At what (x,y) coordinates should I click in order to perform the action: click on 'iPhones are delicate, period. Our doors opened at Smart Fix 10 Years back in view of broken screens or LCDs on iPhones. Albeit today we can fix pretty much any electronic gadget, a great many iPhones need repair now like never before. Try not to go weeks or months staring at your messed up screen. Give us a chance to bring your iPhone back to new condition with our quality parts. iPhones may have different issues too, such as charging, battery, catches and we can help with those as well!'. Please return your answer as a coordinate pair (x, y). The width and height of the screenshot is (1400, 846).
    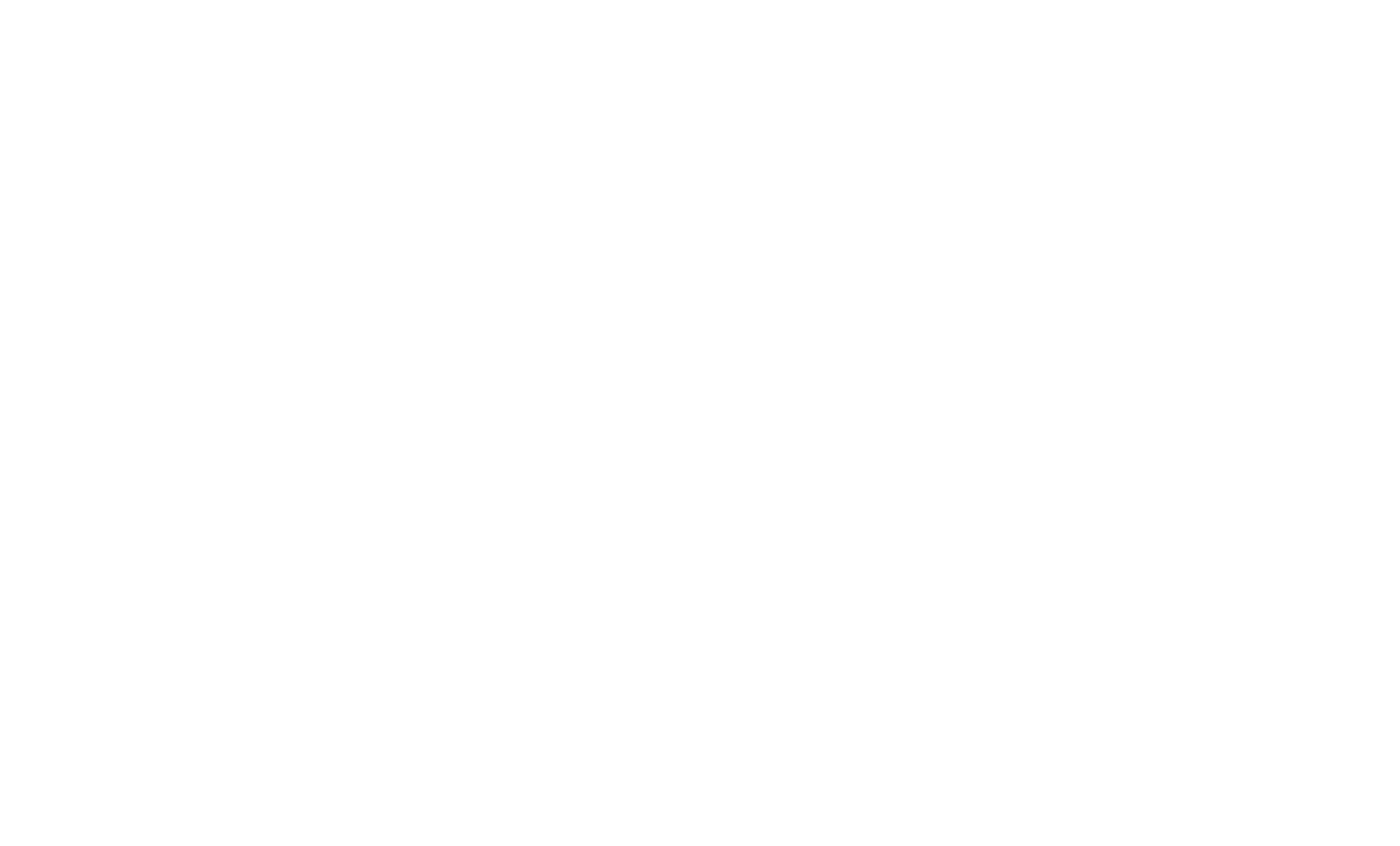
    Looking at the image, I should click on (699, 63).